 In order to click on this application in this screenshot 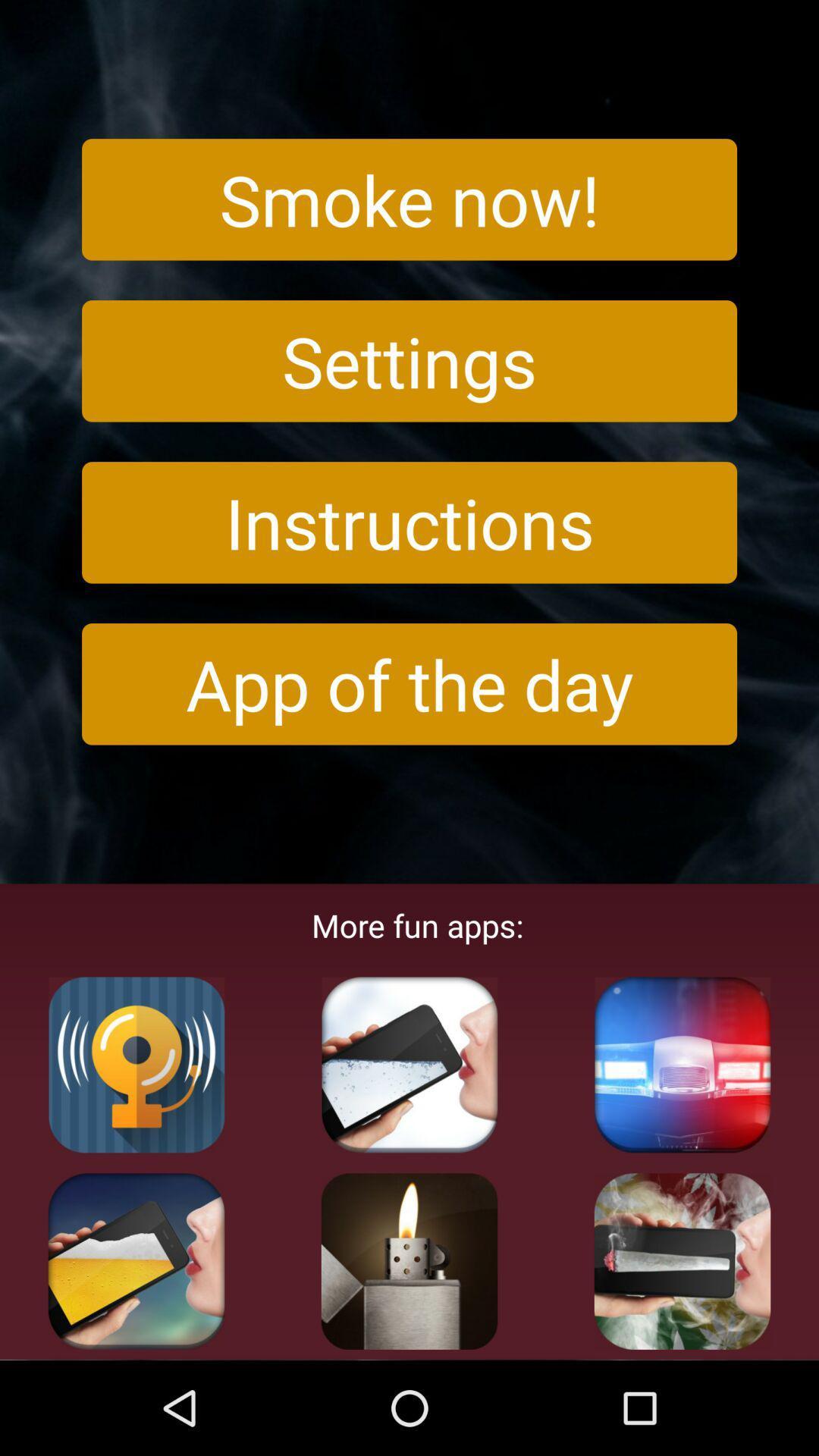, I will do `click(409, 1064)`.